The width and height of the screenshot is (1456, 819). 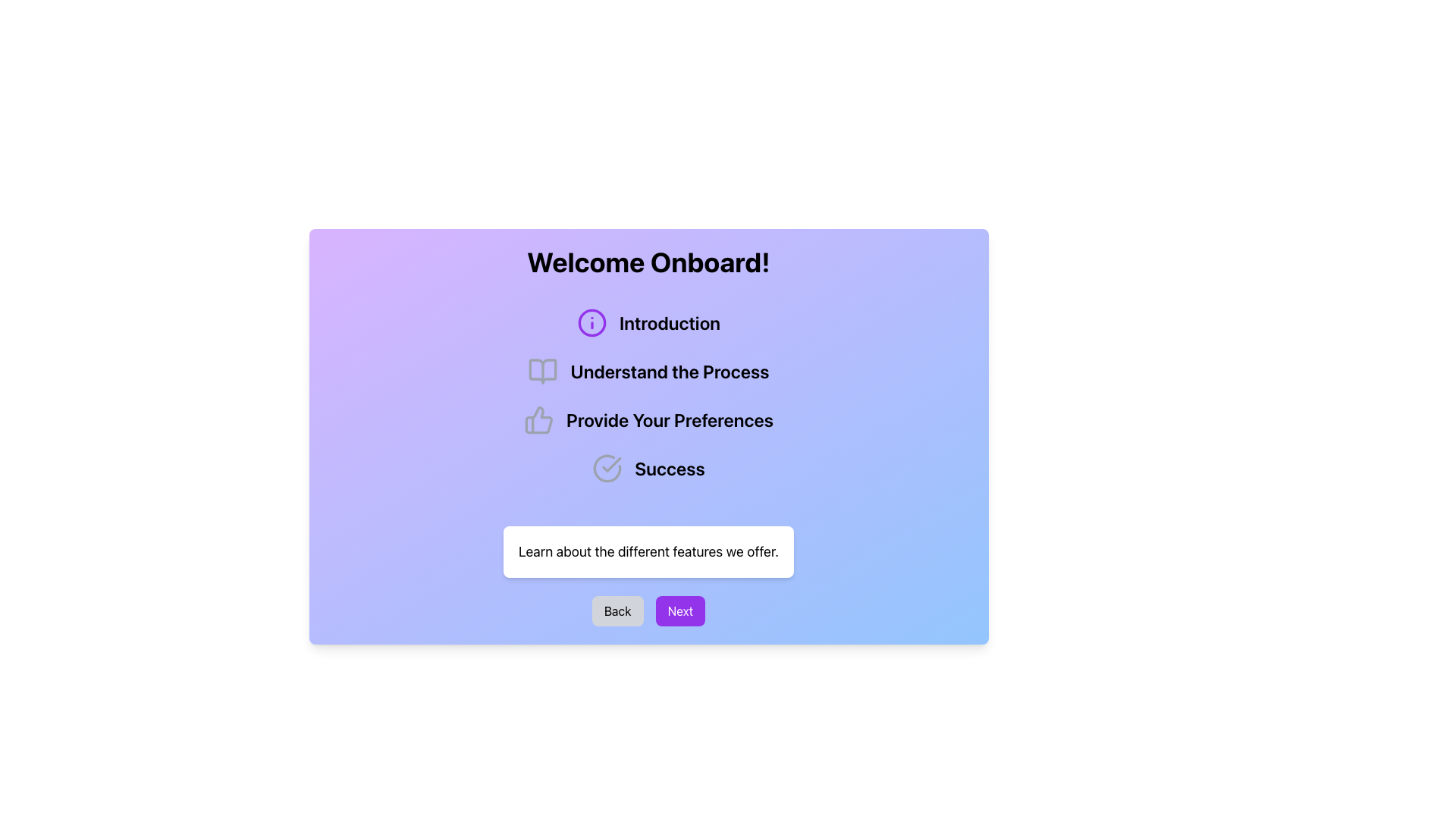 What do you see at coordinates (669, 371) in the screenshot?
I see `the bold text 'Understand the Process' to highlight or select the step in the vertical list of steps` at bounding box center [669, 371].